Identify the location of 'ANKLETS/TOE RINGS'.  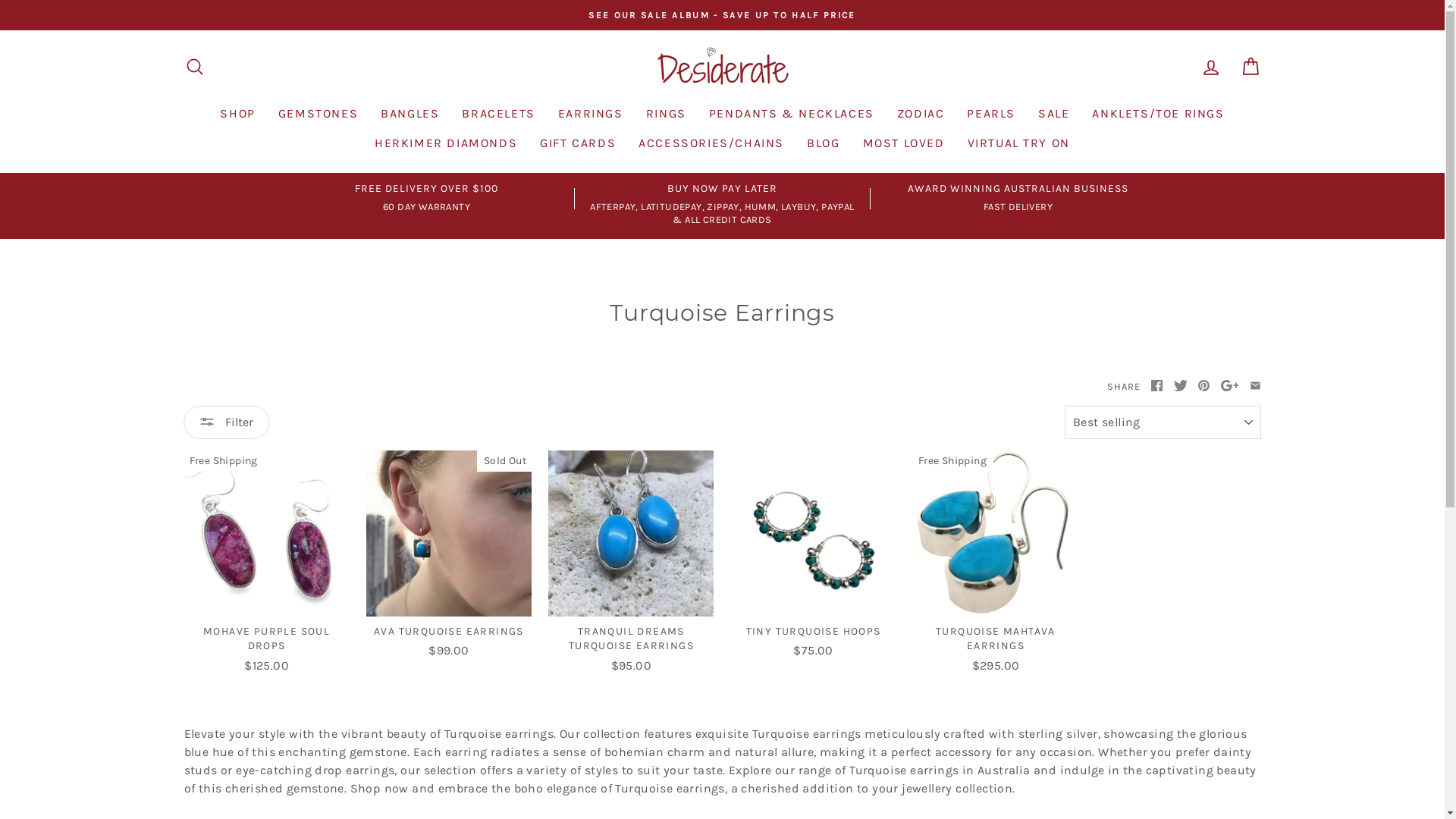
(1156, 112).